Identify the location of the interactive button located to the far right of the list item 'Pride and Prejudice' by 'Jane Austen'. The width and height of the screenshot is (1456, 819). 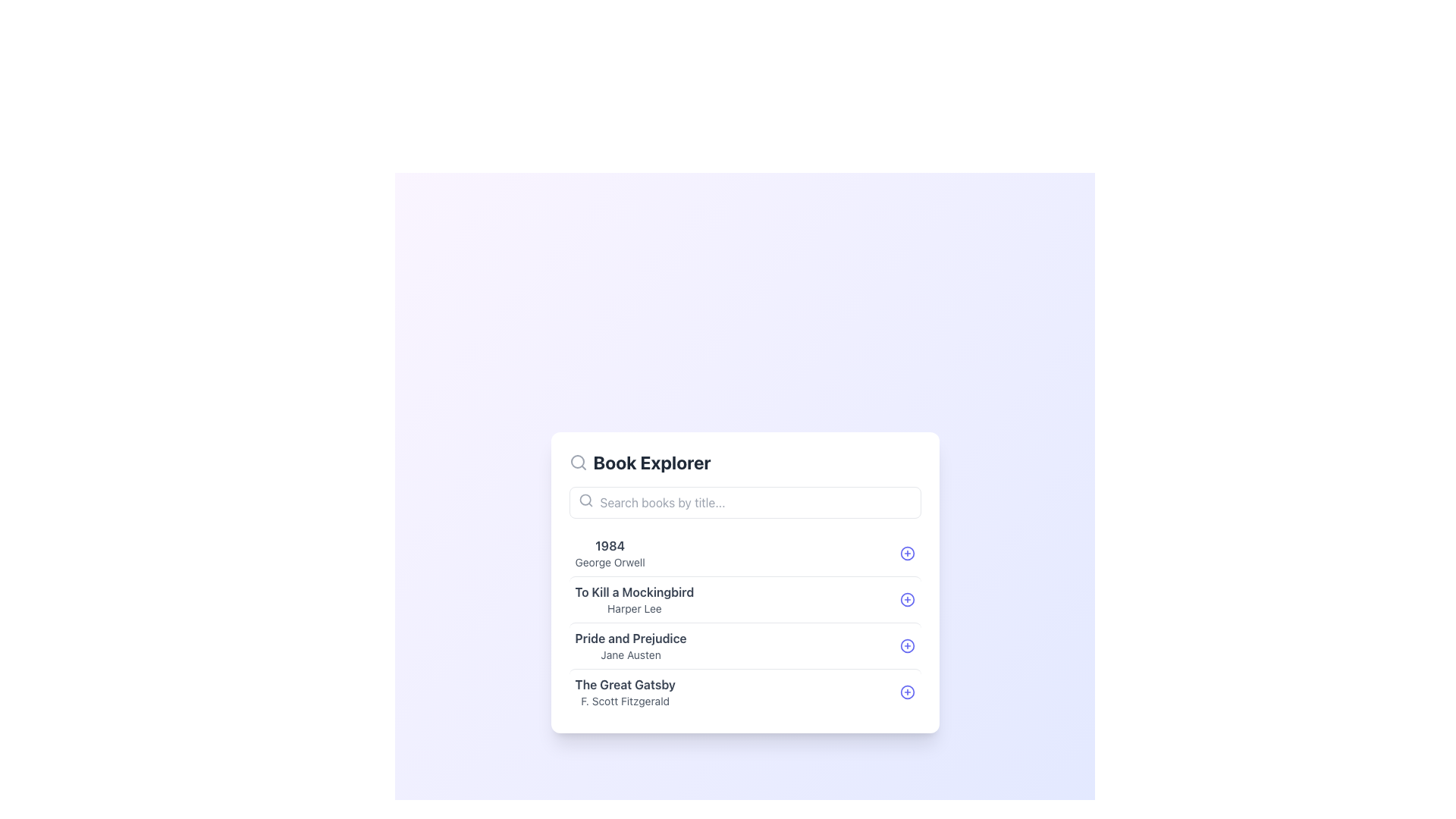
(907, 645).